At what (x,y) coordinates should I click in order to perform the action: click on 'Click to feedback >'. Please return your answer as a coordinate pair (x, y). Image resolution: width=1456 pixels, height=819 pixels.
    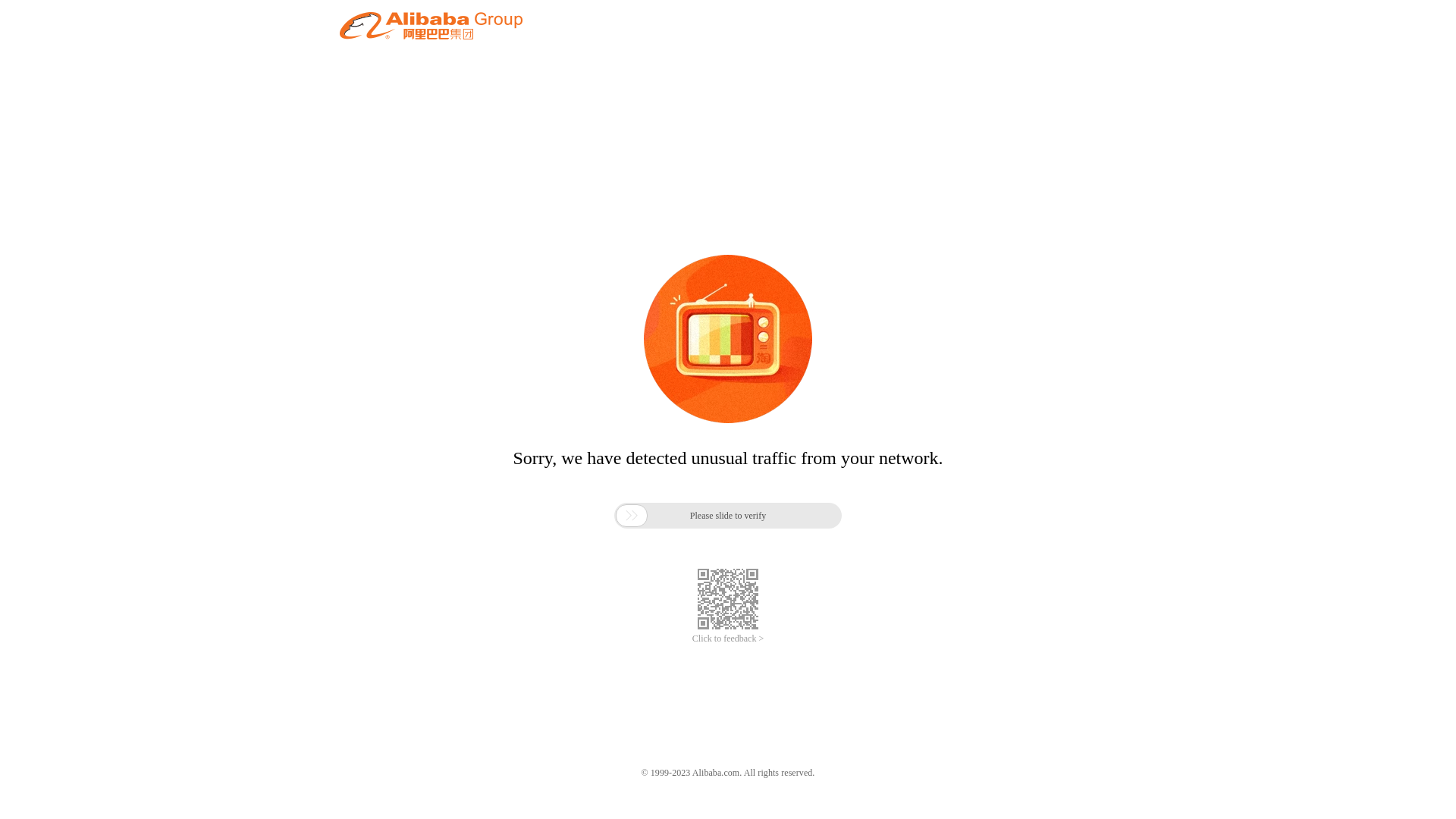
    Looking at the image, I should click on (728, 639).